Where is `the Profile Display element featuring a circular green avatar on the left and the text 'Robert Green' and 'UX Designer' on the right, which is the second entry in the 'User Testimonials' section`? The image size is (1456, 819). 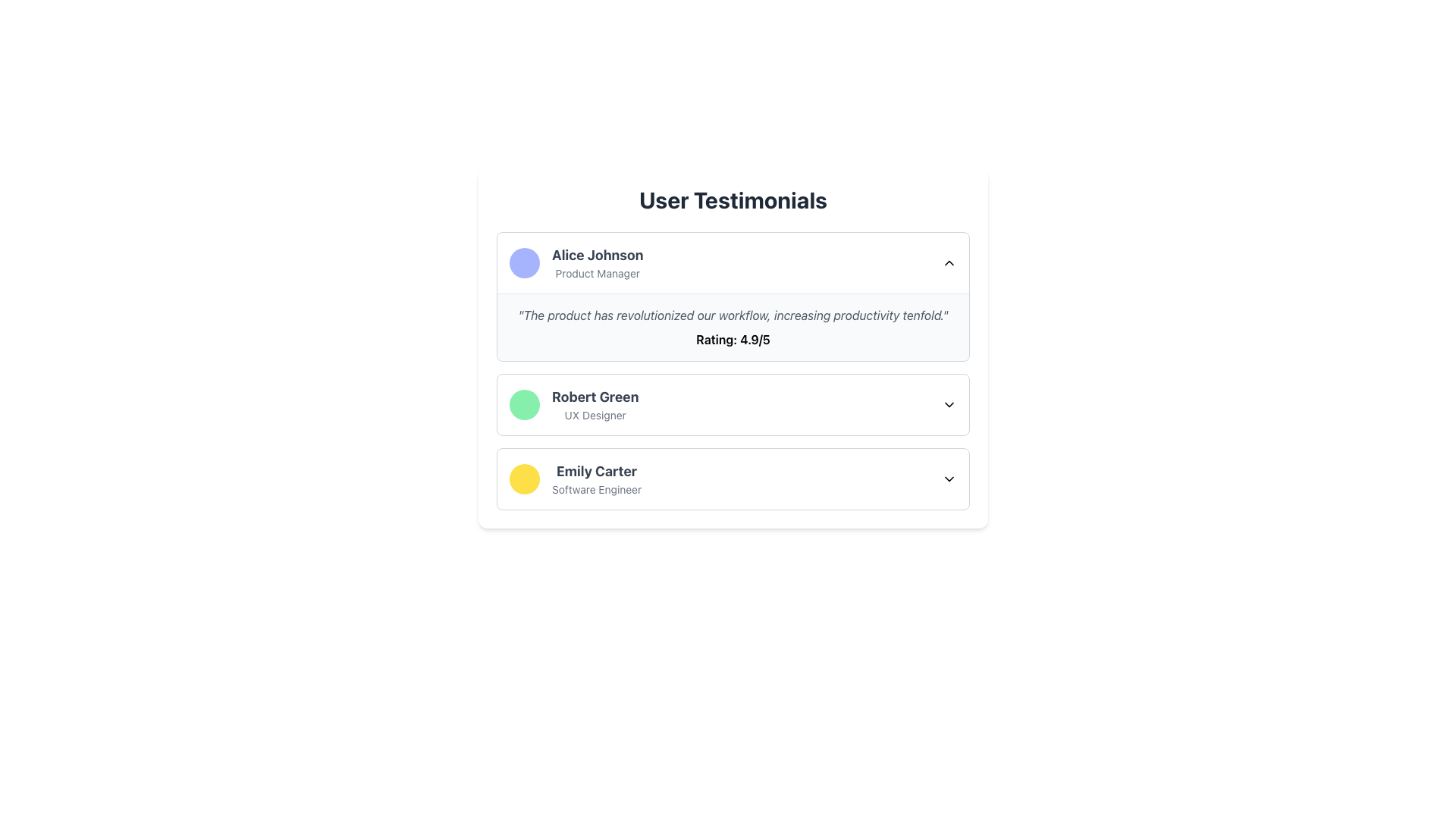
the Profile Display element featuring a circular green avatar on the left and the text 'Robert Green' and 'UX Designer' on the right, which is the second entry in the 'User Testimonials' section is located at coordinates (573, 403).